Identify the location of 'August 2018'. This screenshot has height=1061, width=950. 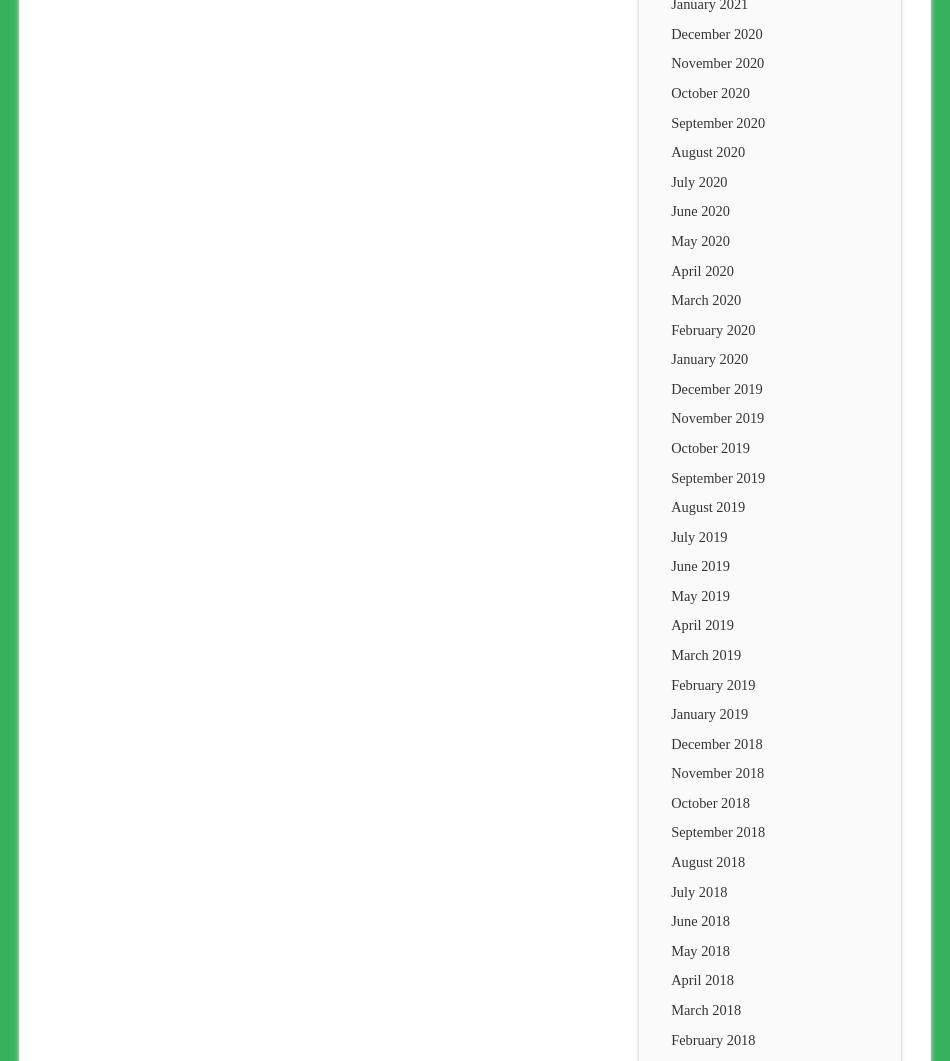
(708, 861).